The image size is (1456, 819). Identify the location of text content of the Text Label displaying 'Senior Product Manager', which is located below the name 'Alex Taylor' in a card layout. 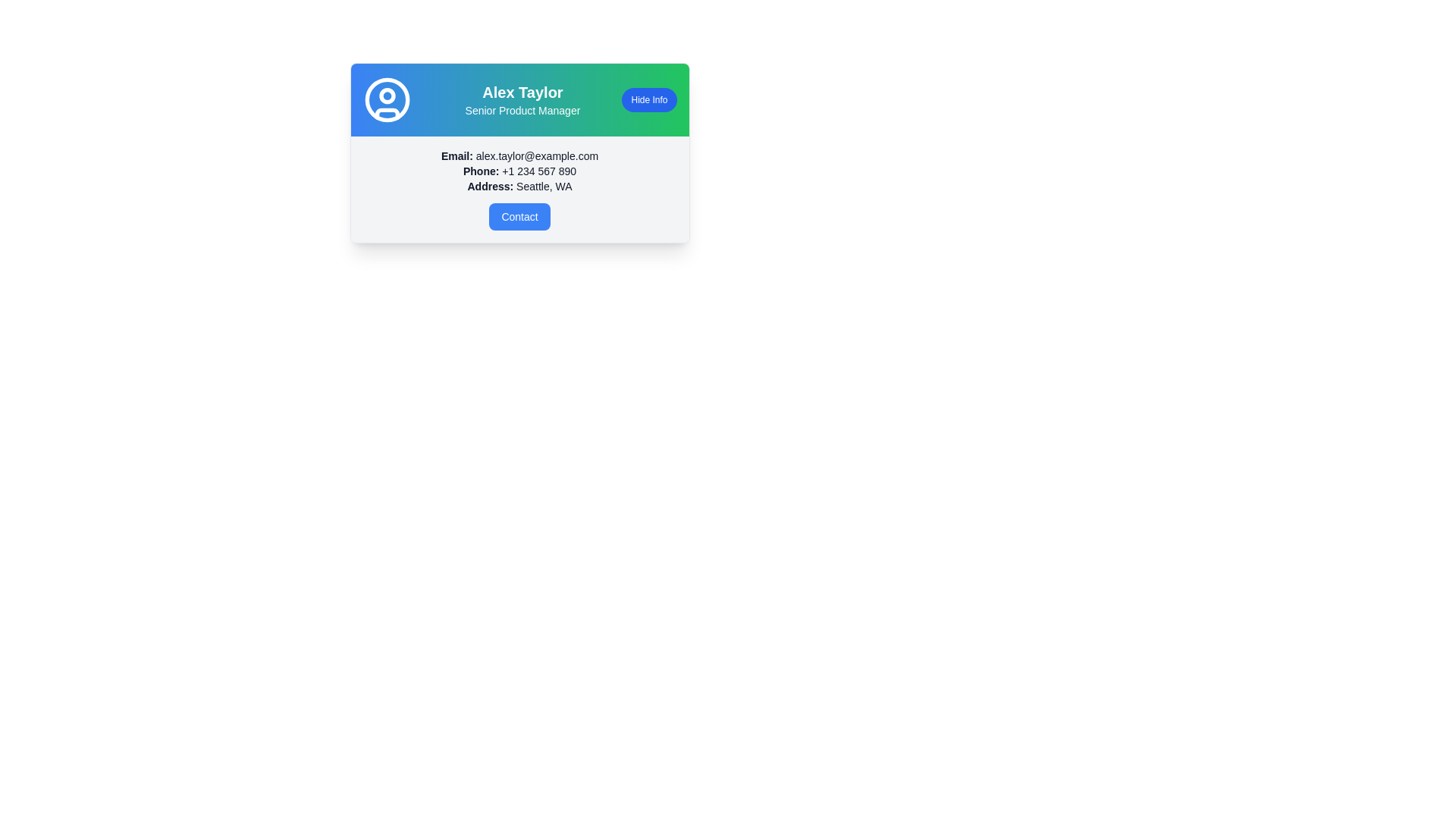
(522, 110).